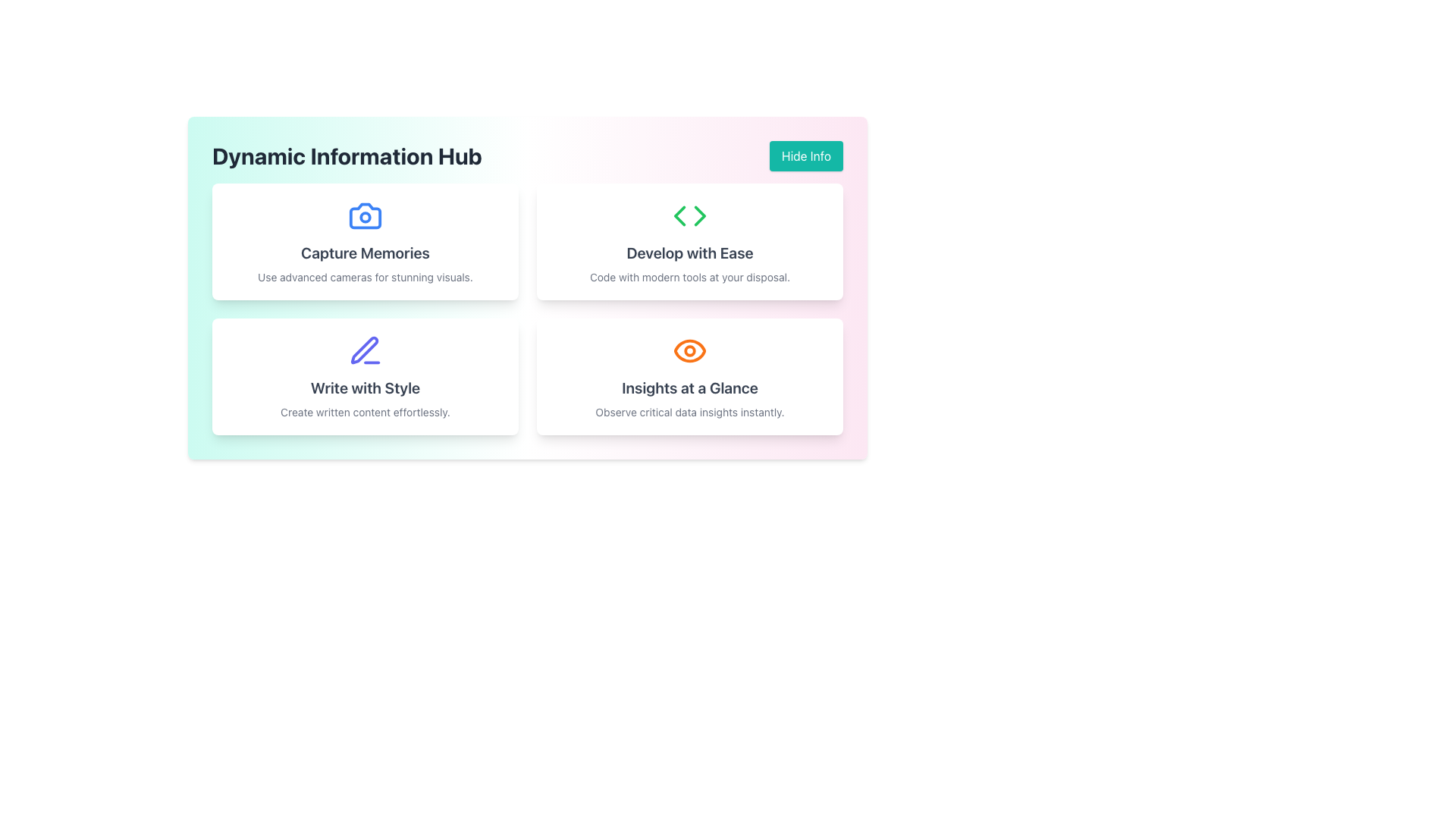 The height and width of the screenshot is (819, 1456). I want to click on the pen-shaped icon with an indigo outline labeled 'Write with Style' located in the 'Dynamic Information Hub' section, so click(365, 350).